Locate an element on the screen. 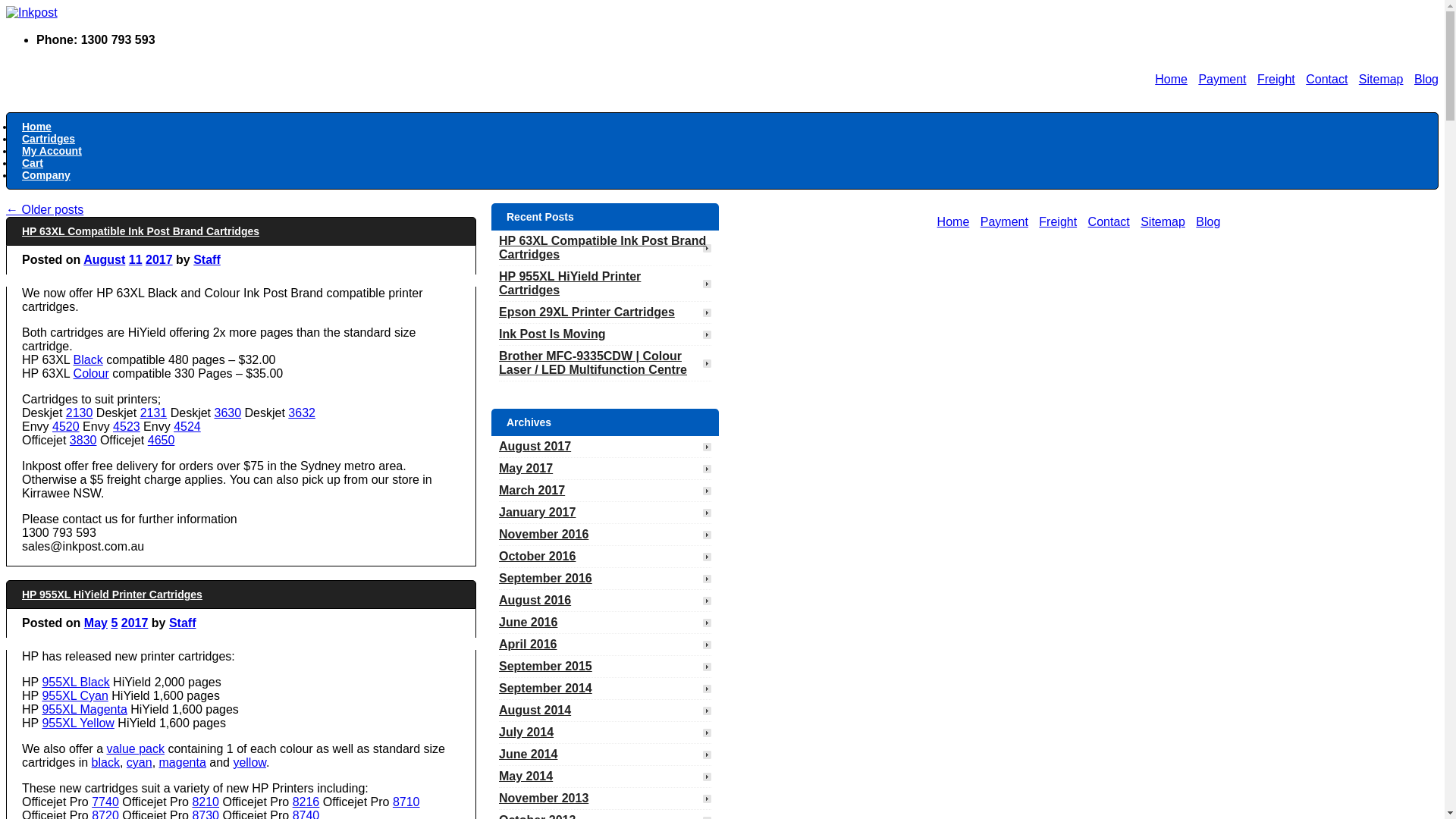  'May 2017' is located at coordinates (498, 467).